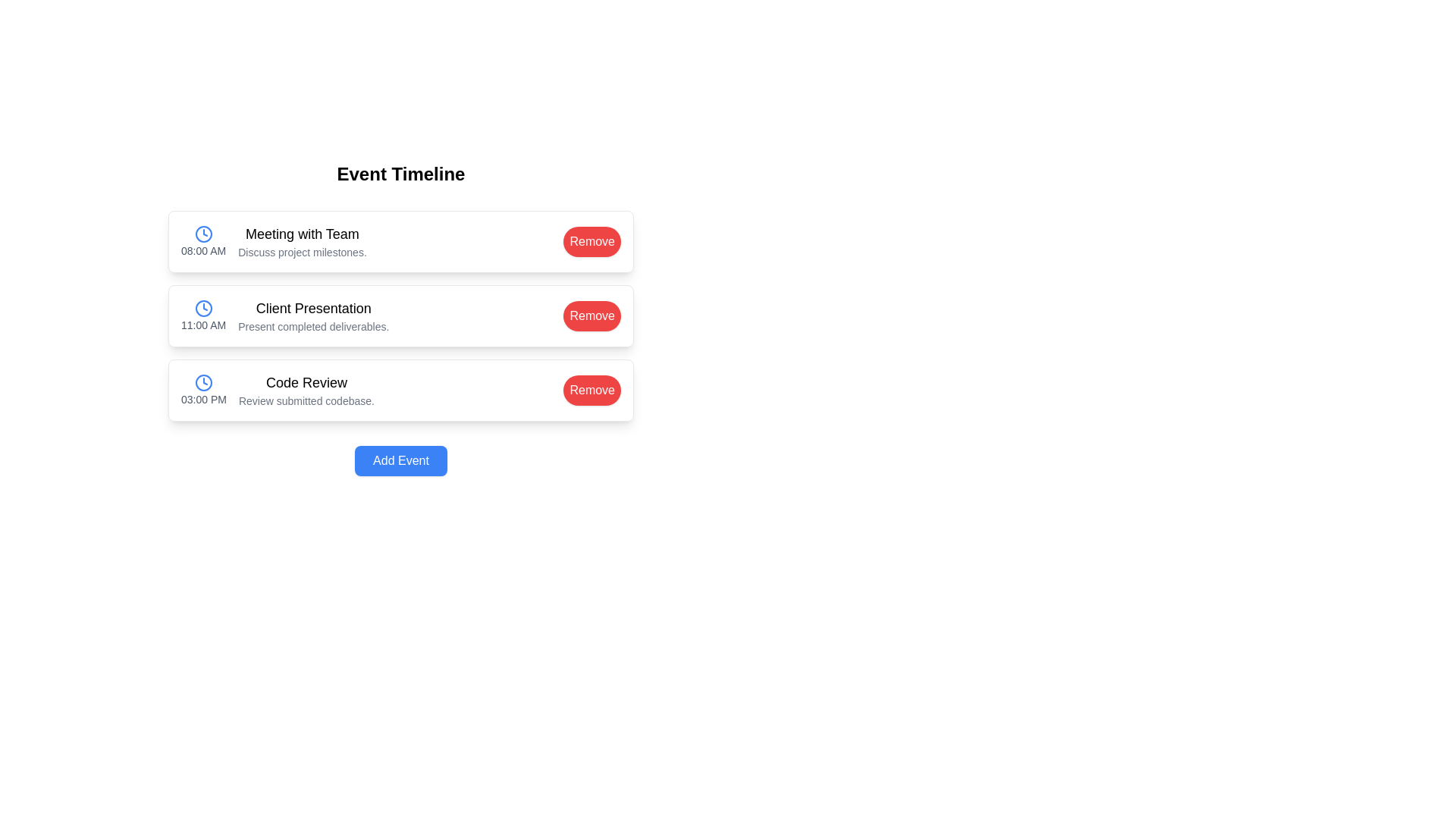 The width and height of the screenshot is (1456, 819). I want to click on the circular blue clock icon located on the left side of the first row in the timeline list under the 'Event Timeline' section, adjacent to the 'Meeting with Team' text and the '08:00 AM' time description, so click(202, 234).